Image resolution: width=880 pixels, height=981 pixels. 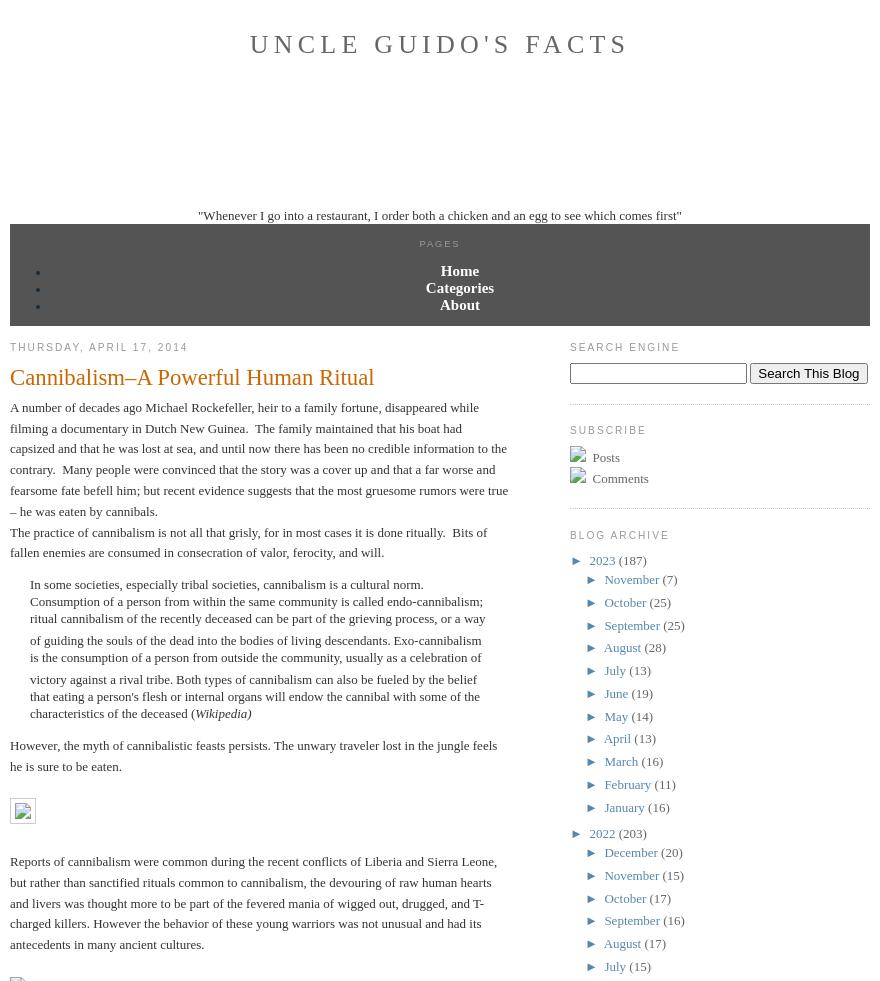 What do you see at coordinates (252, 755) in the screenshot?
I see `'However, the myth of cannibalistic feasts persists. The unwary traveler lost in the jungle feels he is sure to be eaten.'` at bounding box center [252, 755].